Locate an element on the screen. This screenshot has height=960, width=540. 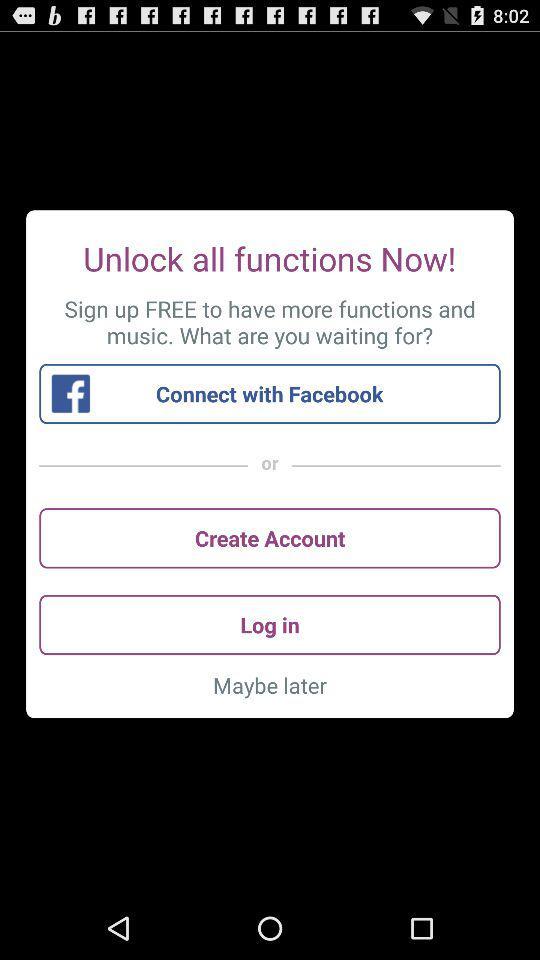
the icon below the log in is located at coordinates (270, 685).